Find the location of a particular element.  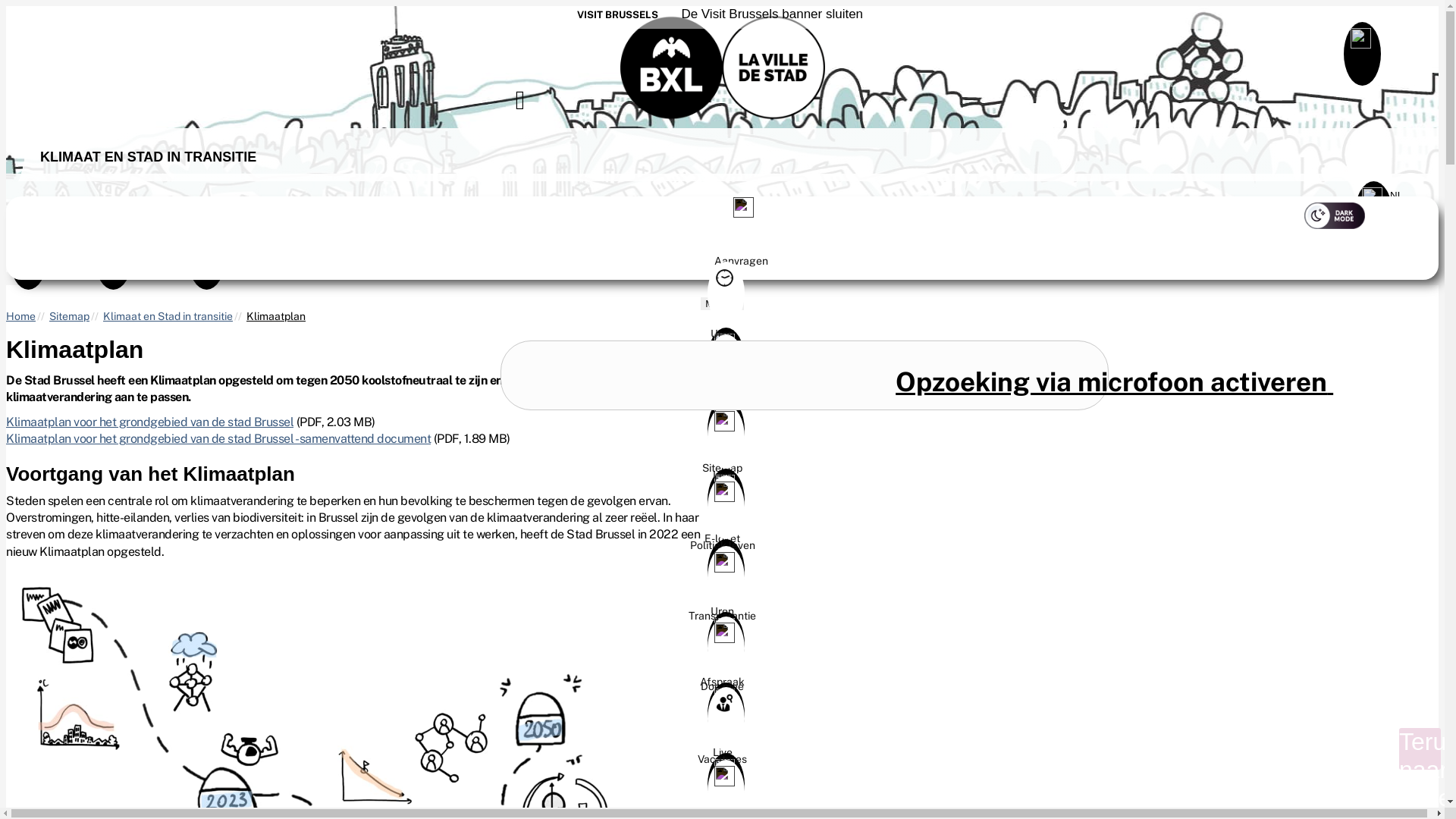

'Live' is located at coordinates (721, 727).